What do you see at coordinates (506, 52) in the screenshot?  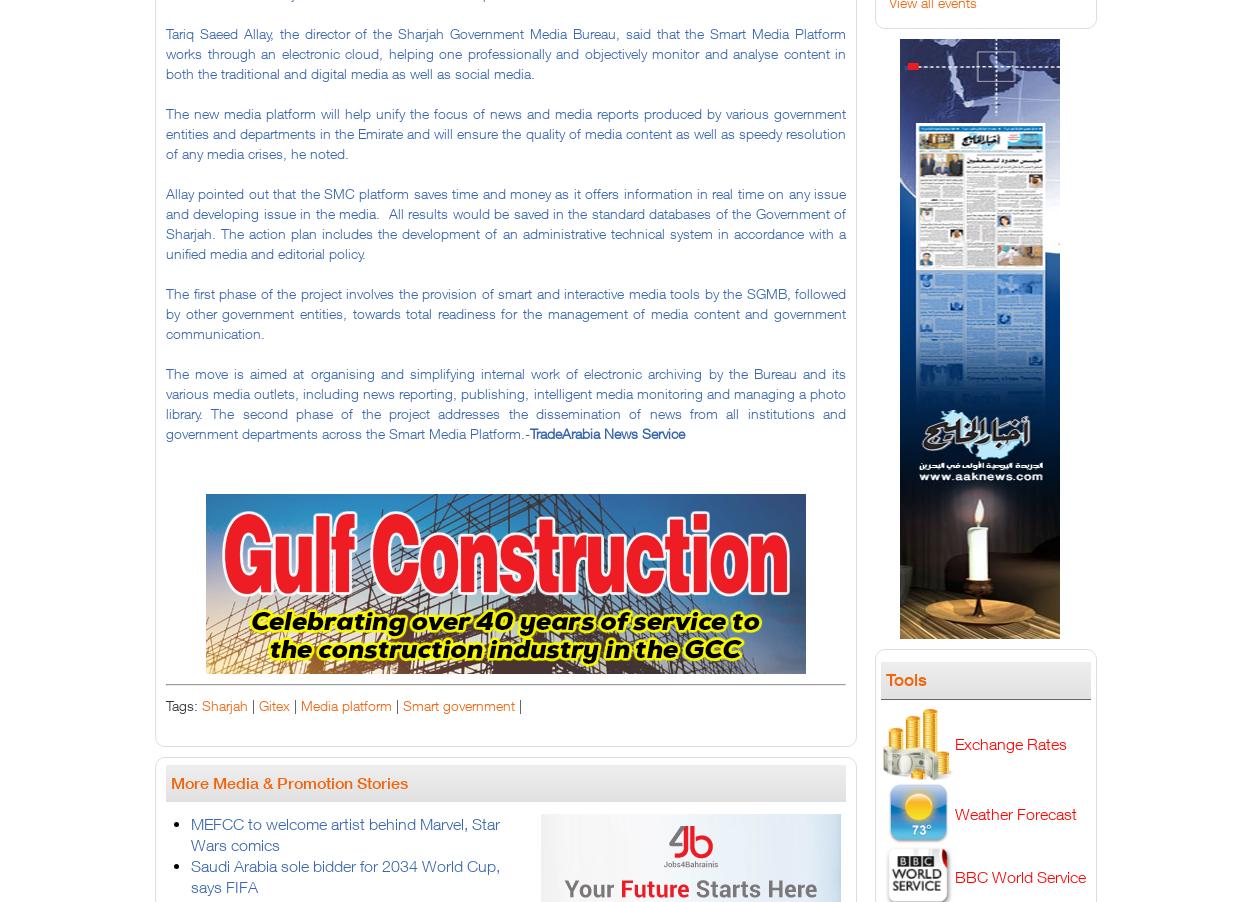 I see `'Tariq Saeed Allay, the director of the Sharjah Government Media Bureau, said that the Smart Media Platform works through an electronic cloud, helping one professionally and objectively monitor and analyse content in both the traditional and digital media as well as social media.'` at bounding box center [506, 52].